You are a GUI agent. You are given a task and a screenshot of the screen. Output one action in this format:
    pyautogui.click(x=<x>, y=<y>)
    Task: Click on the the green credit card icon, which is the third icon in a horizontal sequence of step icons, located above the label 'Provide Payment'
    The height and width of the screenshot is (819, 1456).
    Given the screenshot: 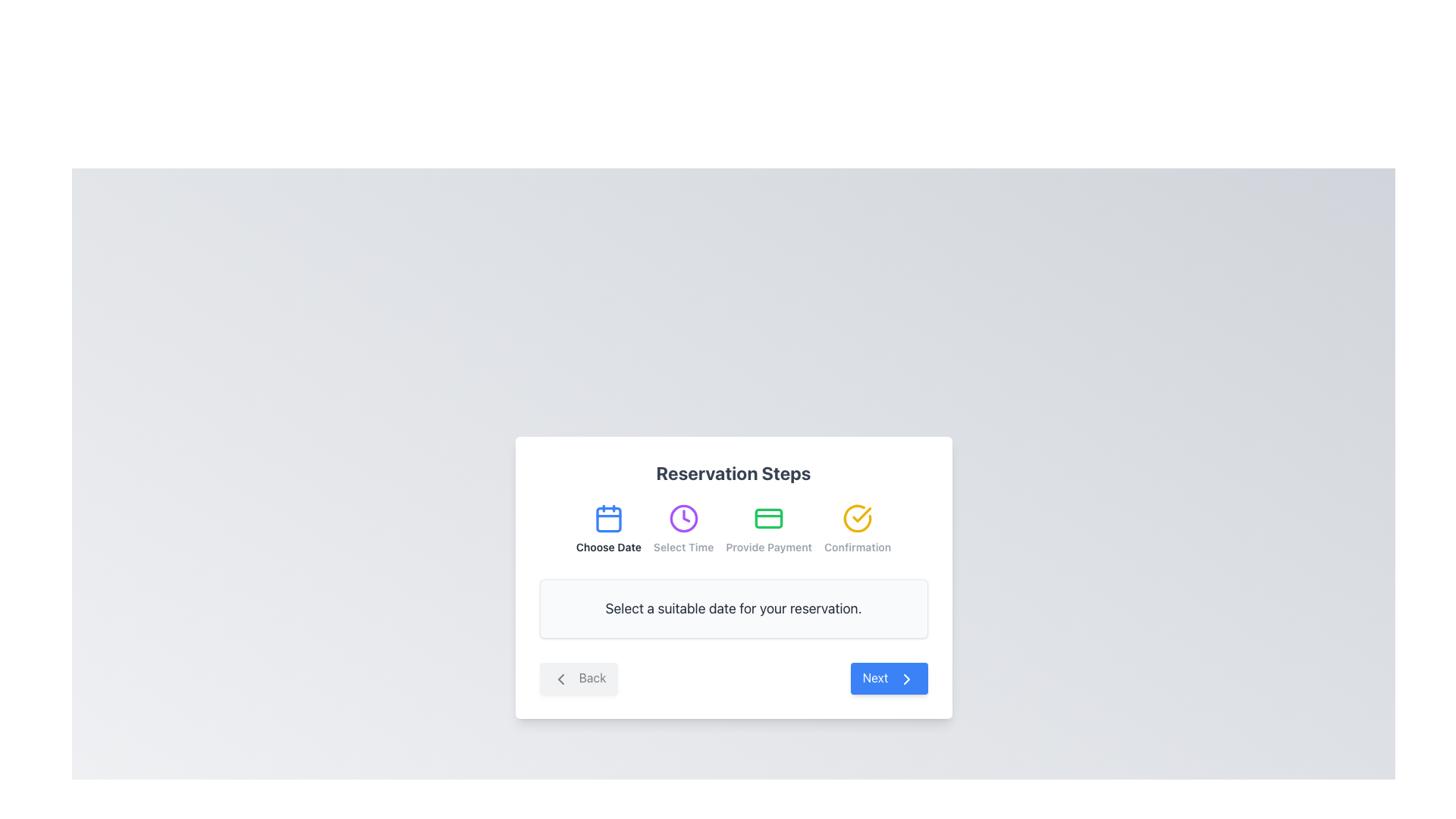 What is the action you would take?
    pyautogui.click(x=769, y=518)
    